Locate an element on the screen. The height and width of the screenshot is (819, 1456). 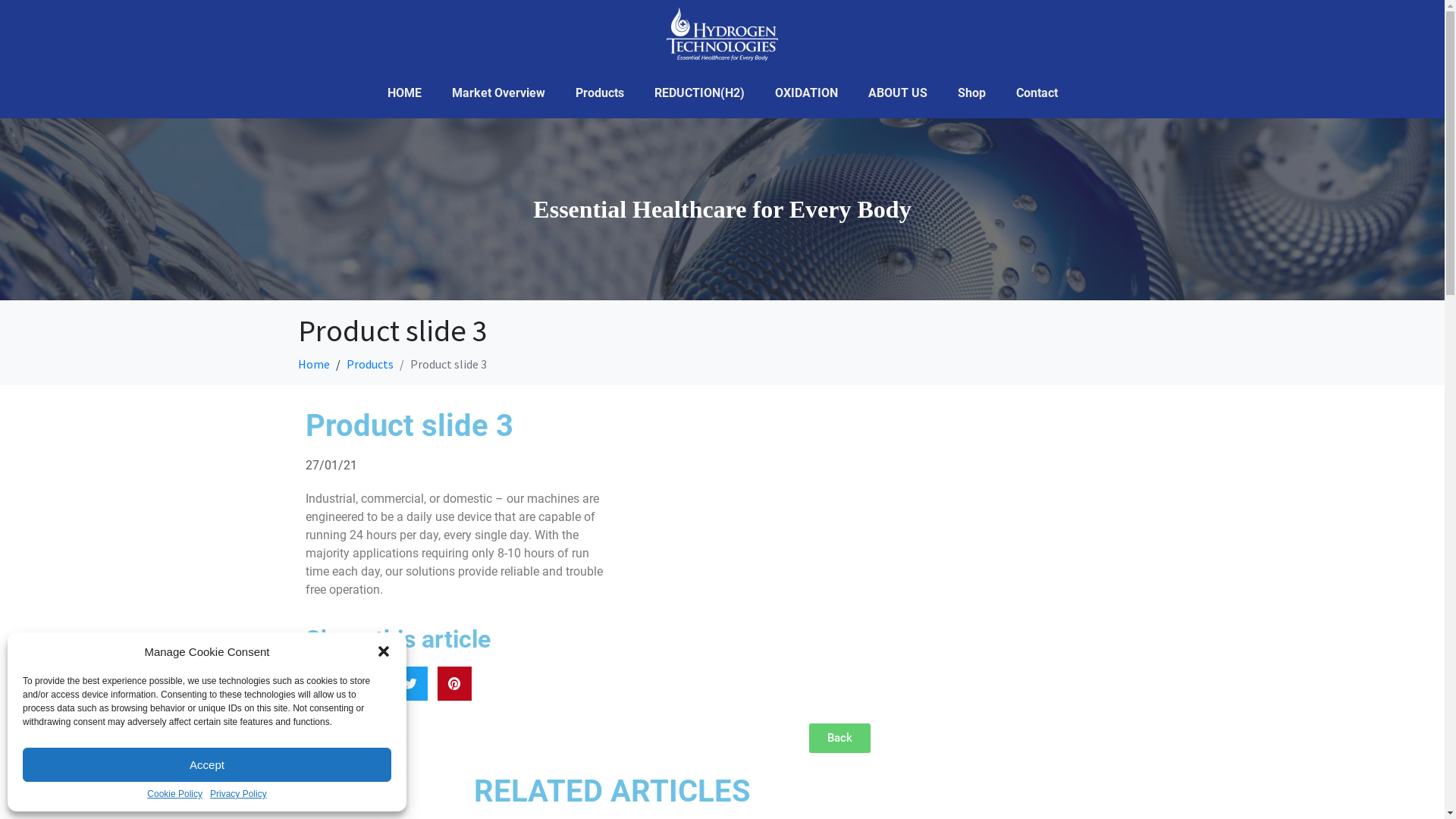
'HOME' is located at coordinates (371, 93).